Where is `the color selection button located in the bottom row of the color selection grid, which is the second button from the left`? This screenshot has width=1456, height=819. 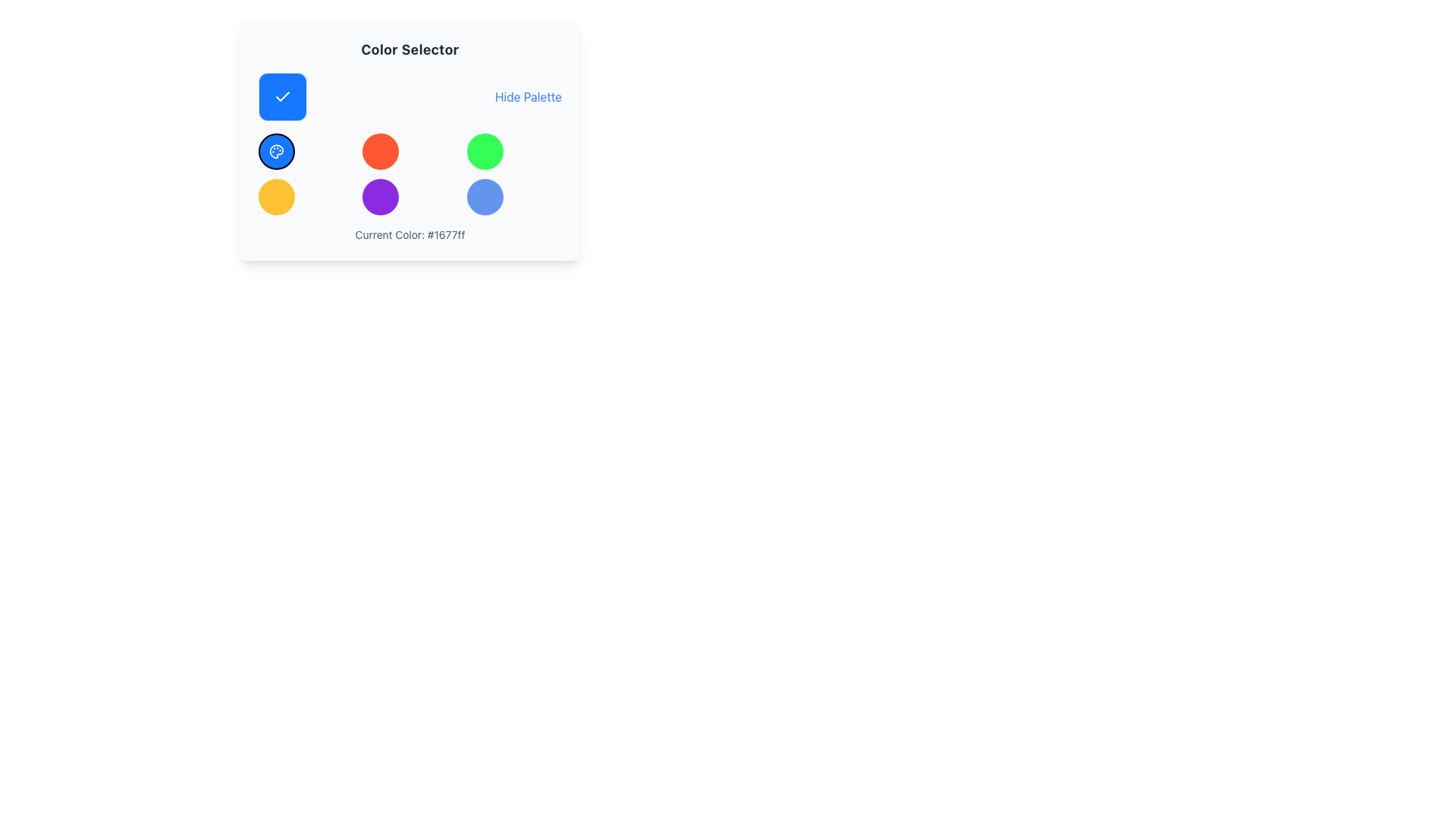 the color selection button located in the bottom row of the color selection grid, which is the second button from the left is located at coordinates (381, 196).